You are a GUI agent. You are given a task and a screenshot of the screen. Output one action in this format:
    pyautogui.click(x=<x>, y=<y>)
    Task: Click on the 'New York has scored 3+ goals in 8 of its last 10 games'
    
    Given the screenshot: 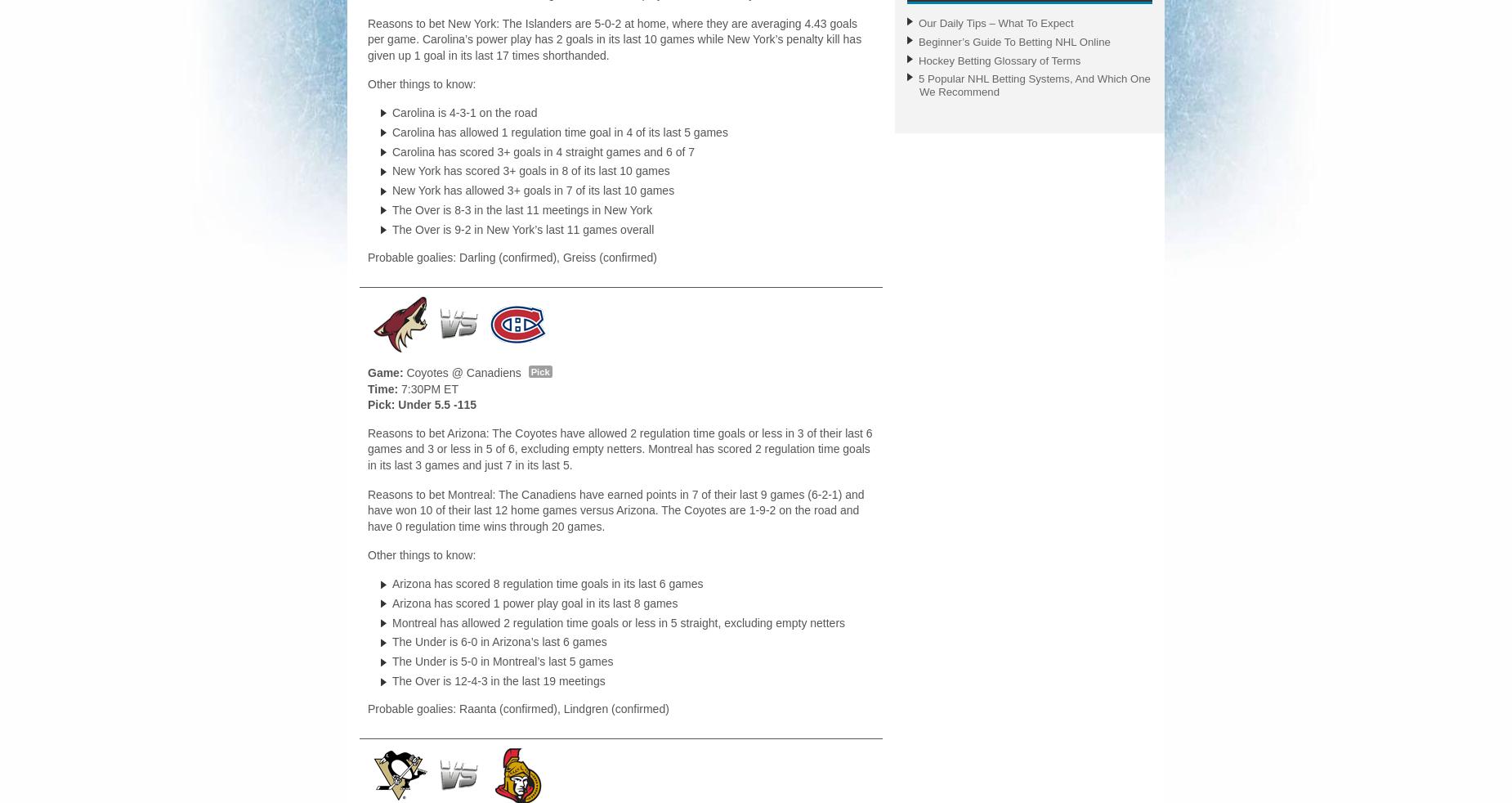 What is the action you would take?
    pyautogui.click(x=530, y=169)
    